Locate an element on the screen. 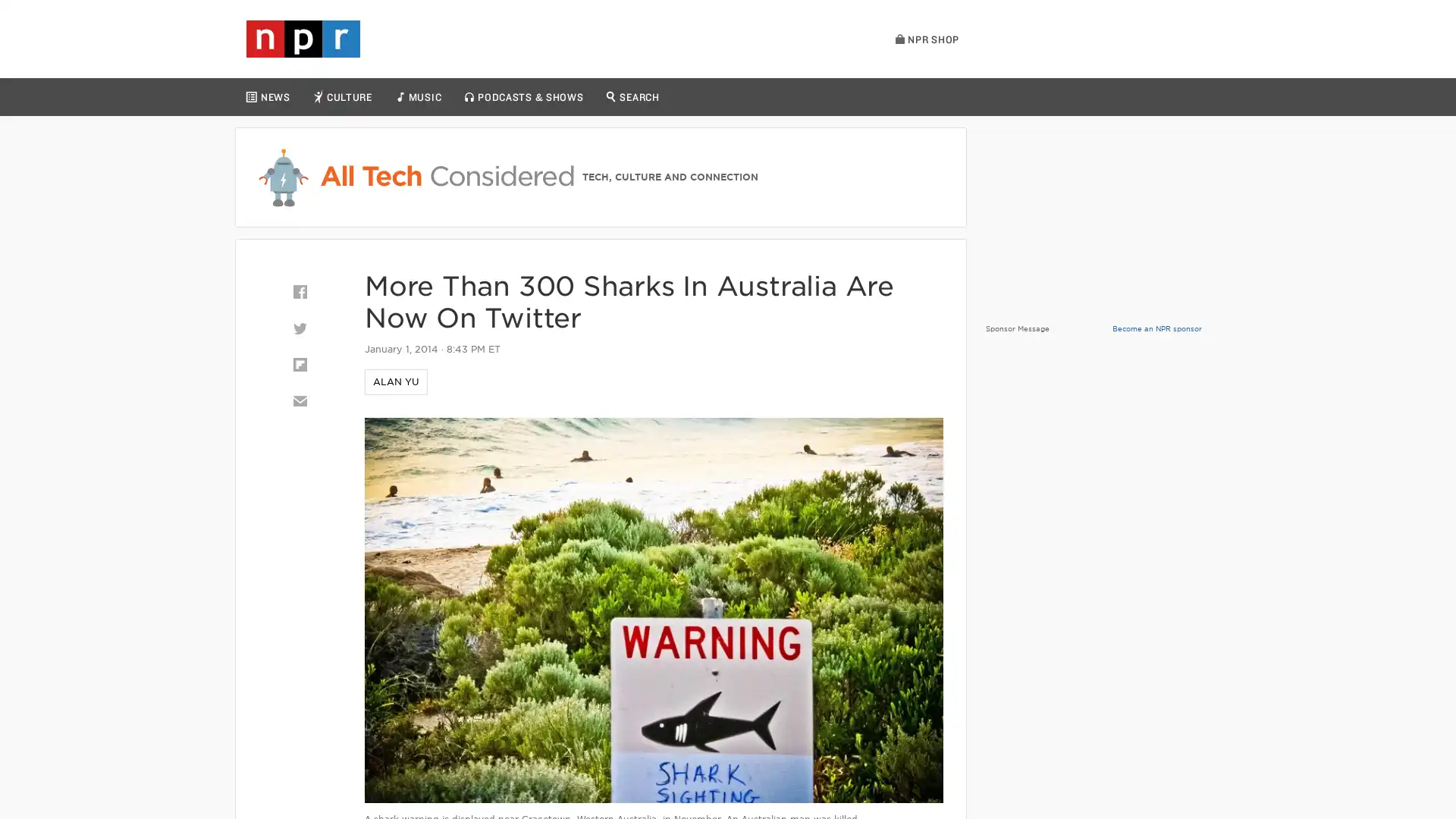 The image size is (1456, 819). LISTEN LIVE is located at coordinates (1105, 97).